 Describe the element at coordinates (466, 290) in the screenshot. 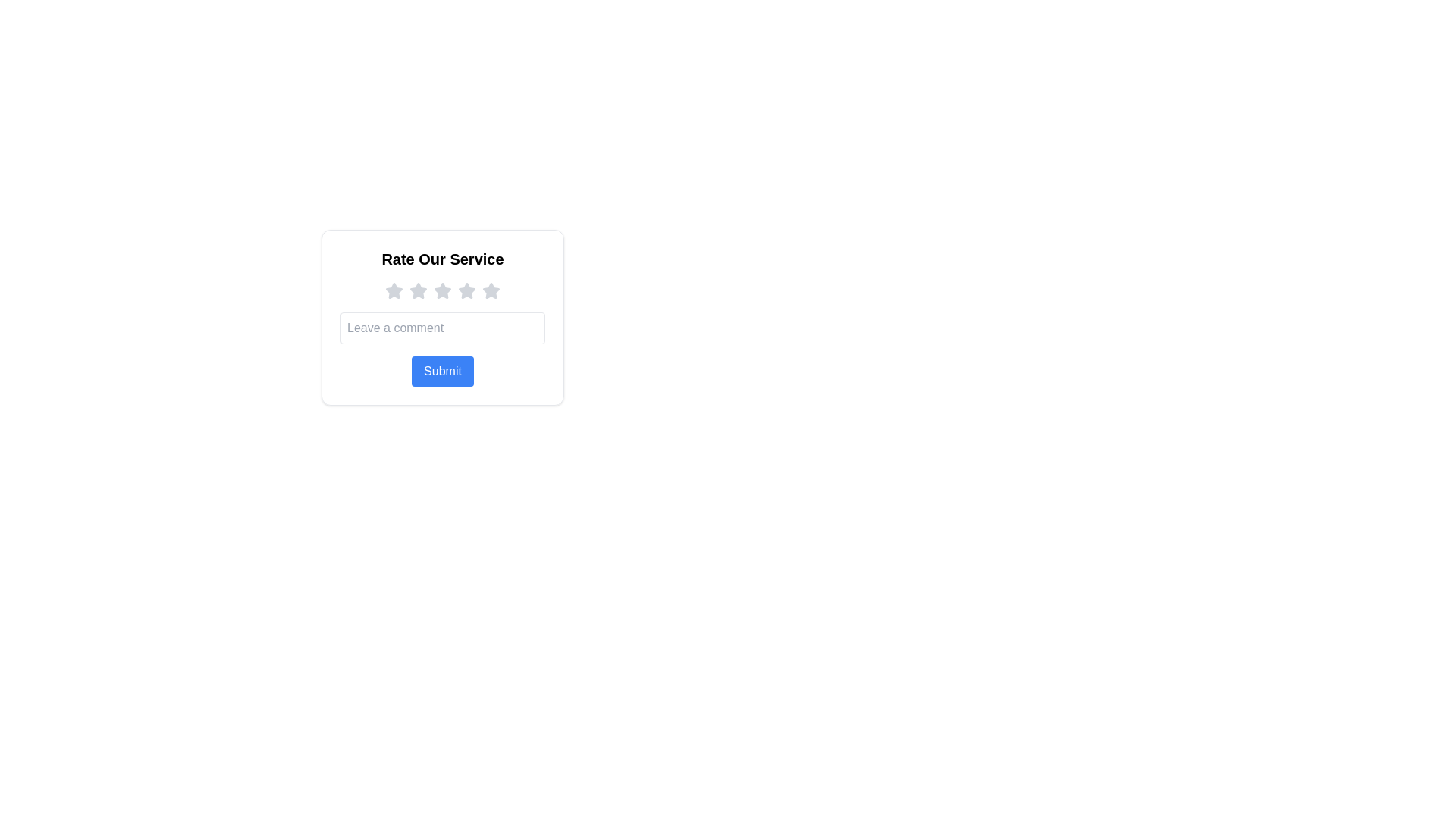

I see `the third star icon used for rating, which represents a score of 3 out of 5, located below the 'Rate Our Service' title and above the 'Submit' button` at that location.